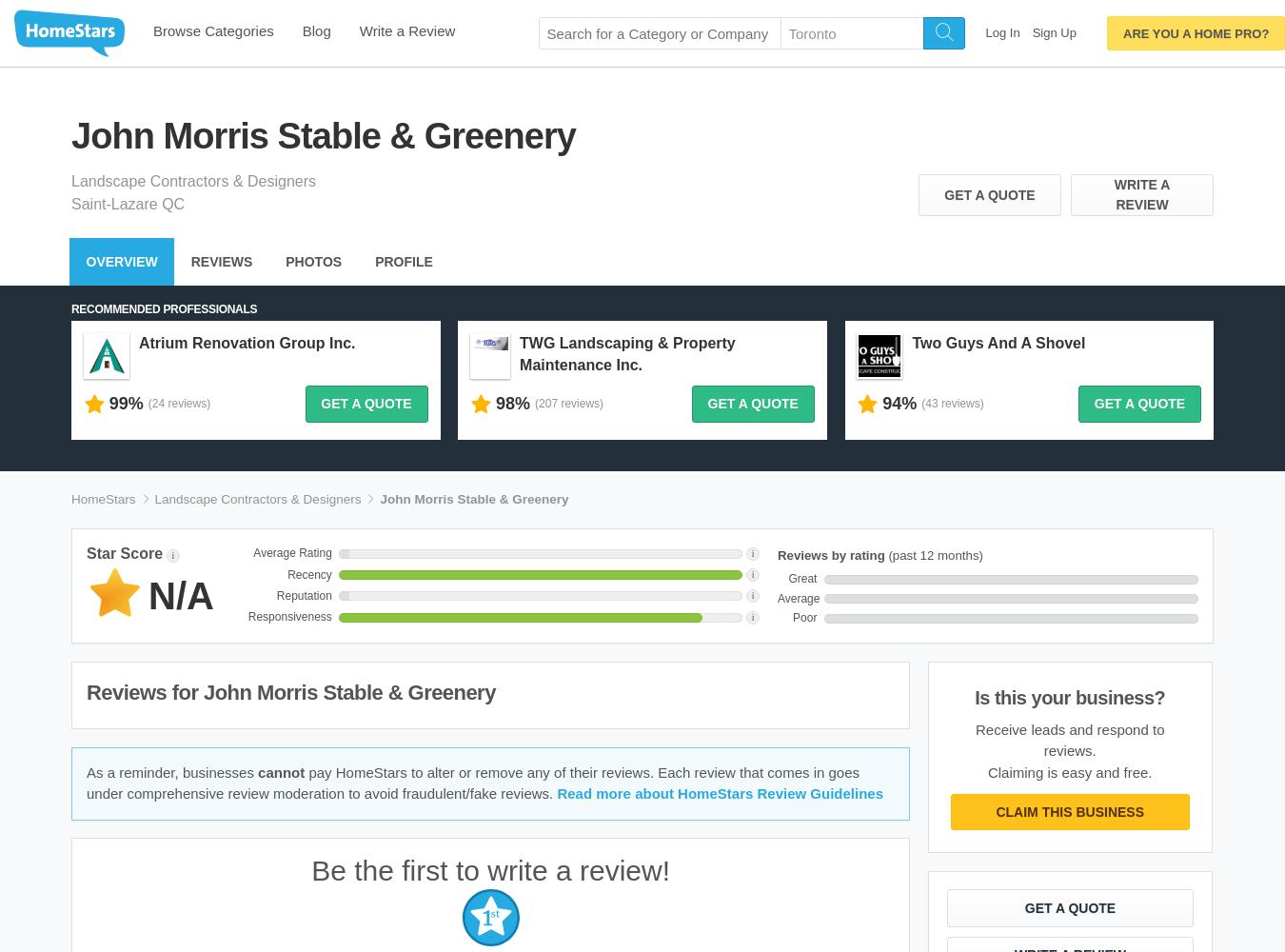 Image resolution: width=1285 pixels, height=952 pixels. What do you see at coordinates (118, 404) in the screenshot?
I see `'99'` at bounding box center [118, 404].